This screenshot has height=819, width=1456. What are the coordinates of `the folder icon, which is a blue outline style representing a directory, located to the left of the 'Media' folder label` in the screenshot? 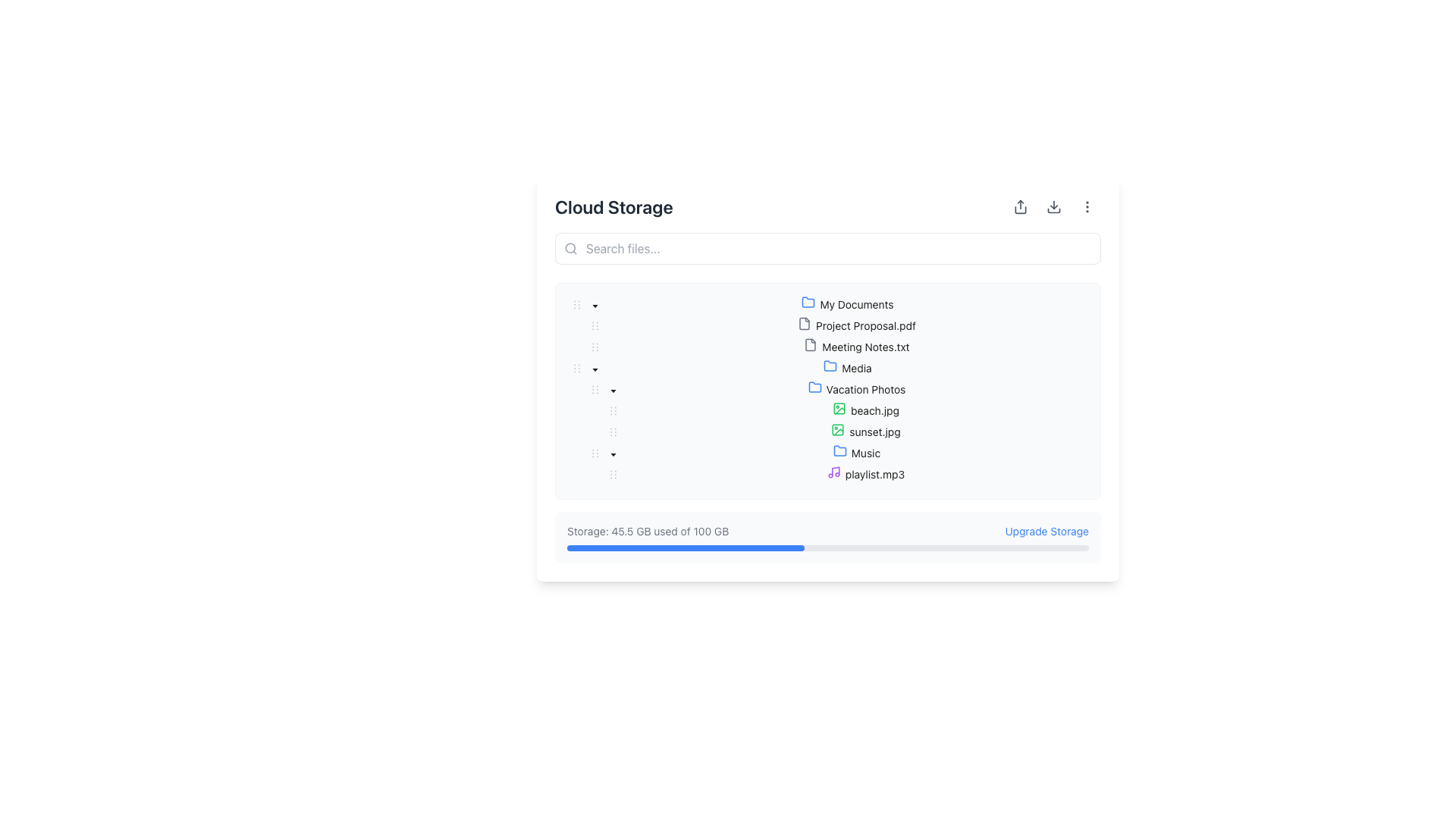 It's located at (830, 366).